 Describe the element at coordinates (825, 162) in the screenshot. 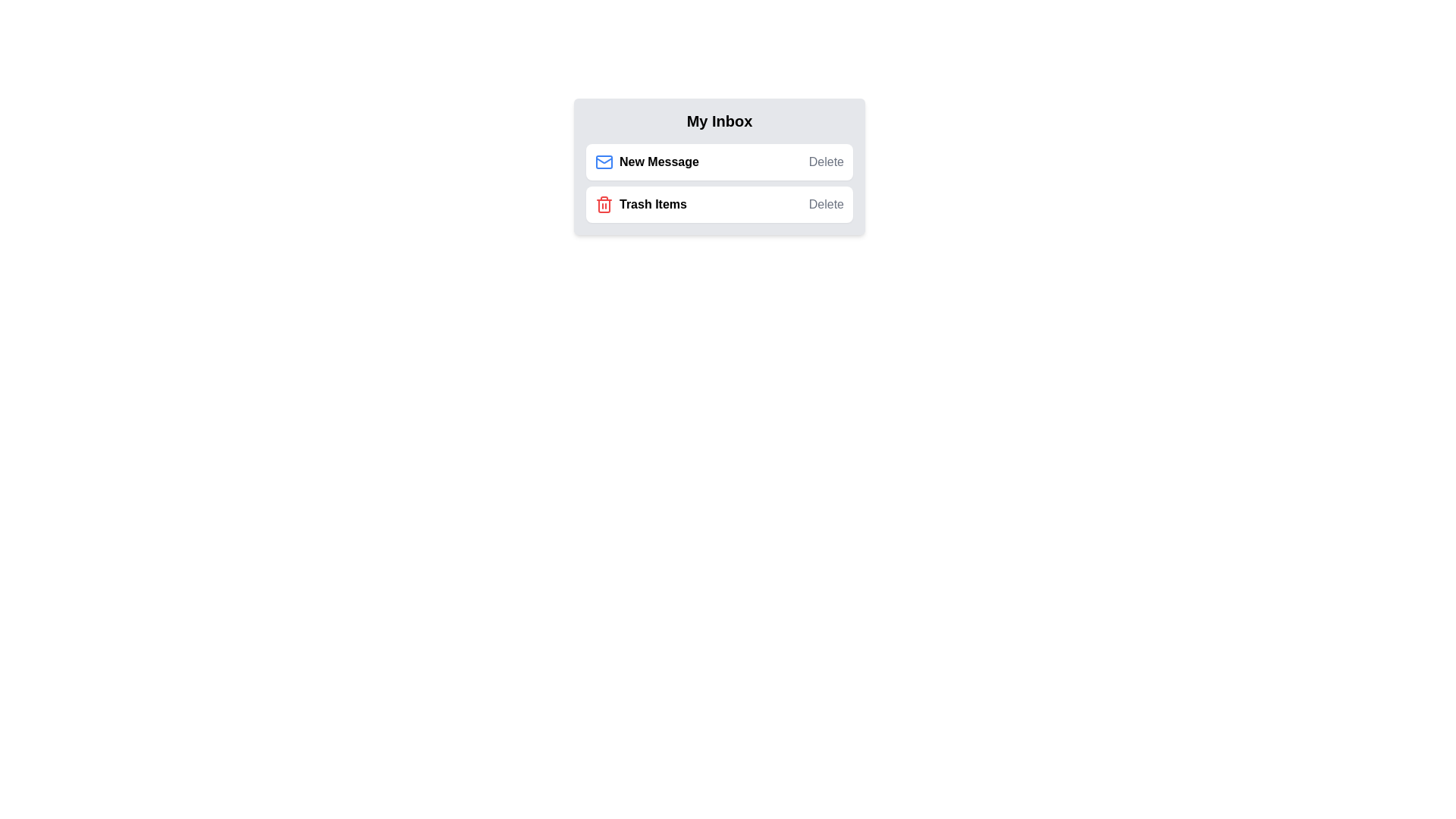

I see `the 'Delete' button for New Message` at that location.